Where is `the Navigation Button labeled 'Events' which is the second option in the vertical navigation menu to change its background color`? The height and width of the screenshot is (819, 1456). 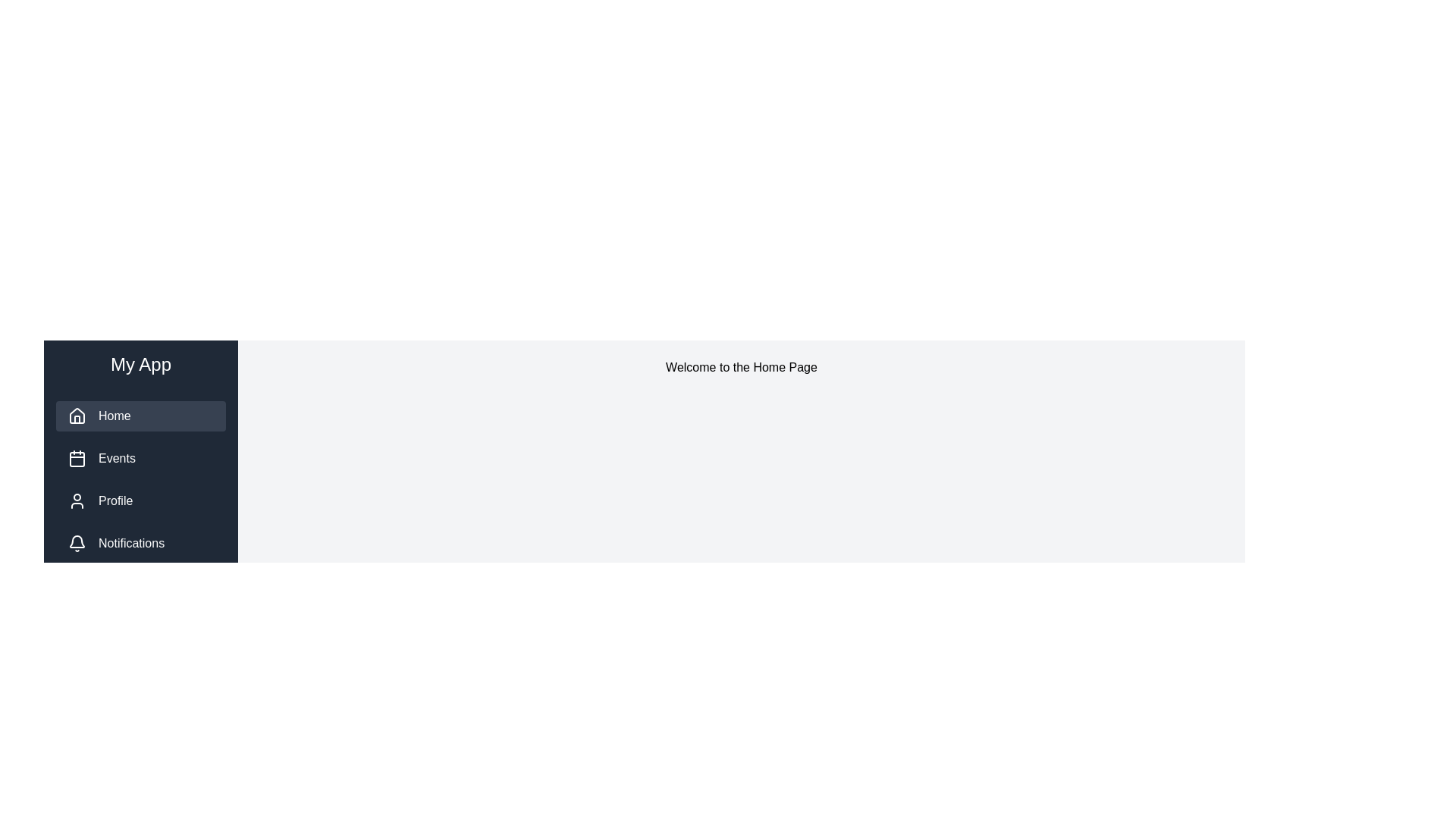
the Navigation Button labeled 'Events' which is the second option in the vertical navigation menu to change its background color is located at coordinates (141, 458).